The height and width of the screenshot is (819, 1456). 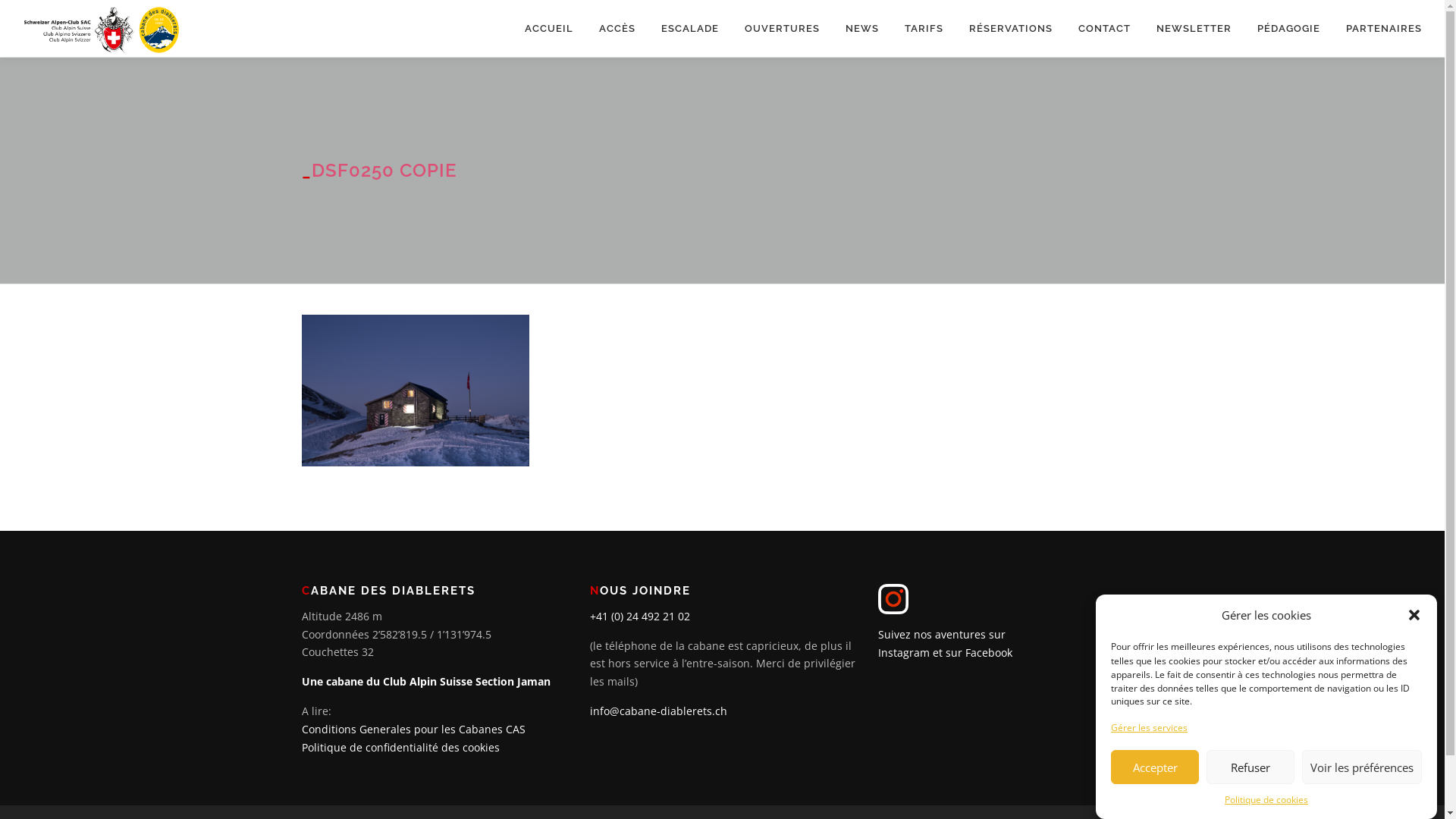 I want to click on 'ACCUEIL', so click(x=548, y=28).